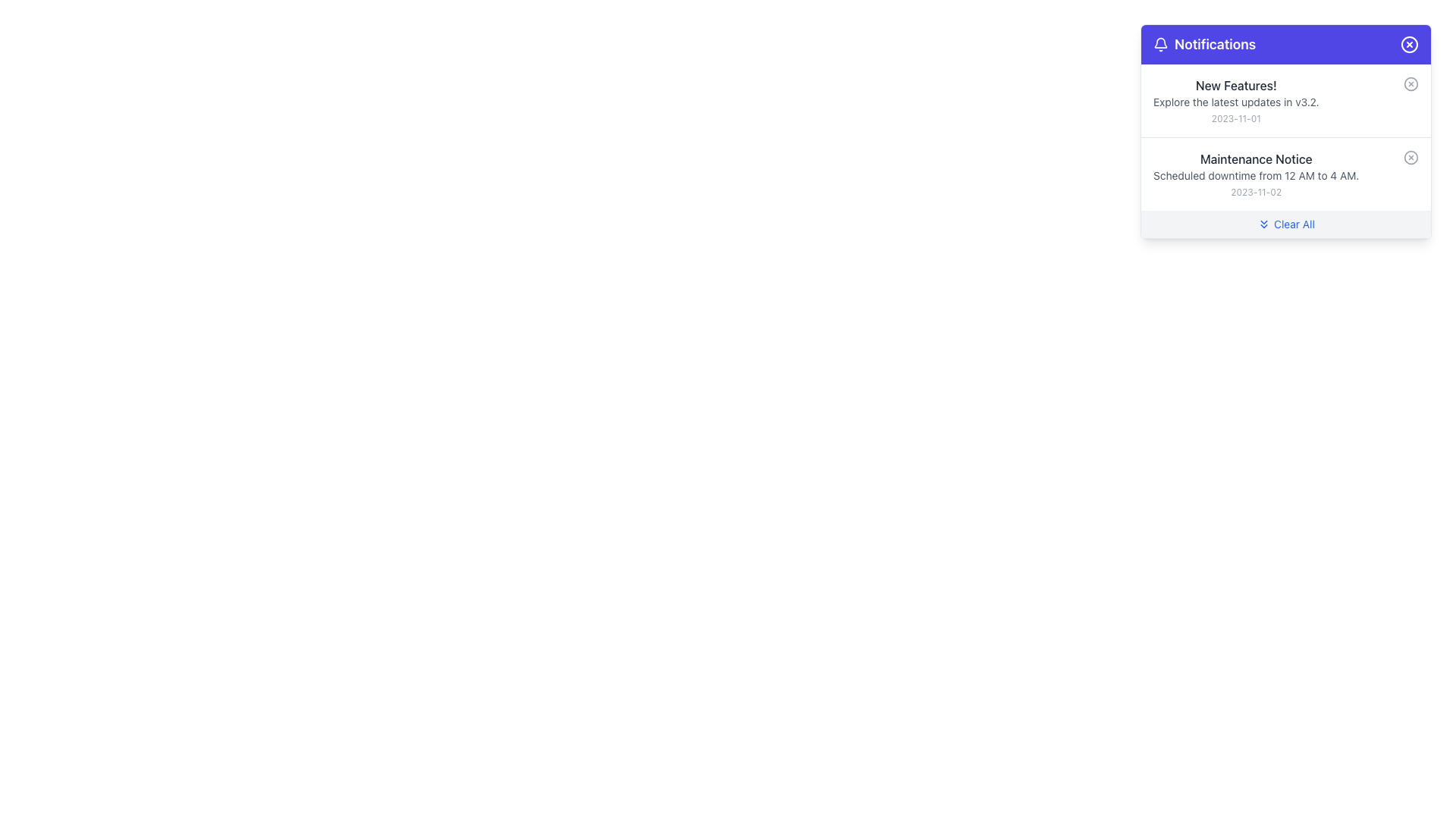 The height and width of the screenshot is (819, 1456). Describe the element at coordinates (1256, 192) in the screenshot. I see `the timestamp text label located in the bottom-right corner of the maintenance notice notification box` at that location.